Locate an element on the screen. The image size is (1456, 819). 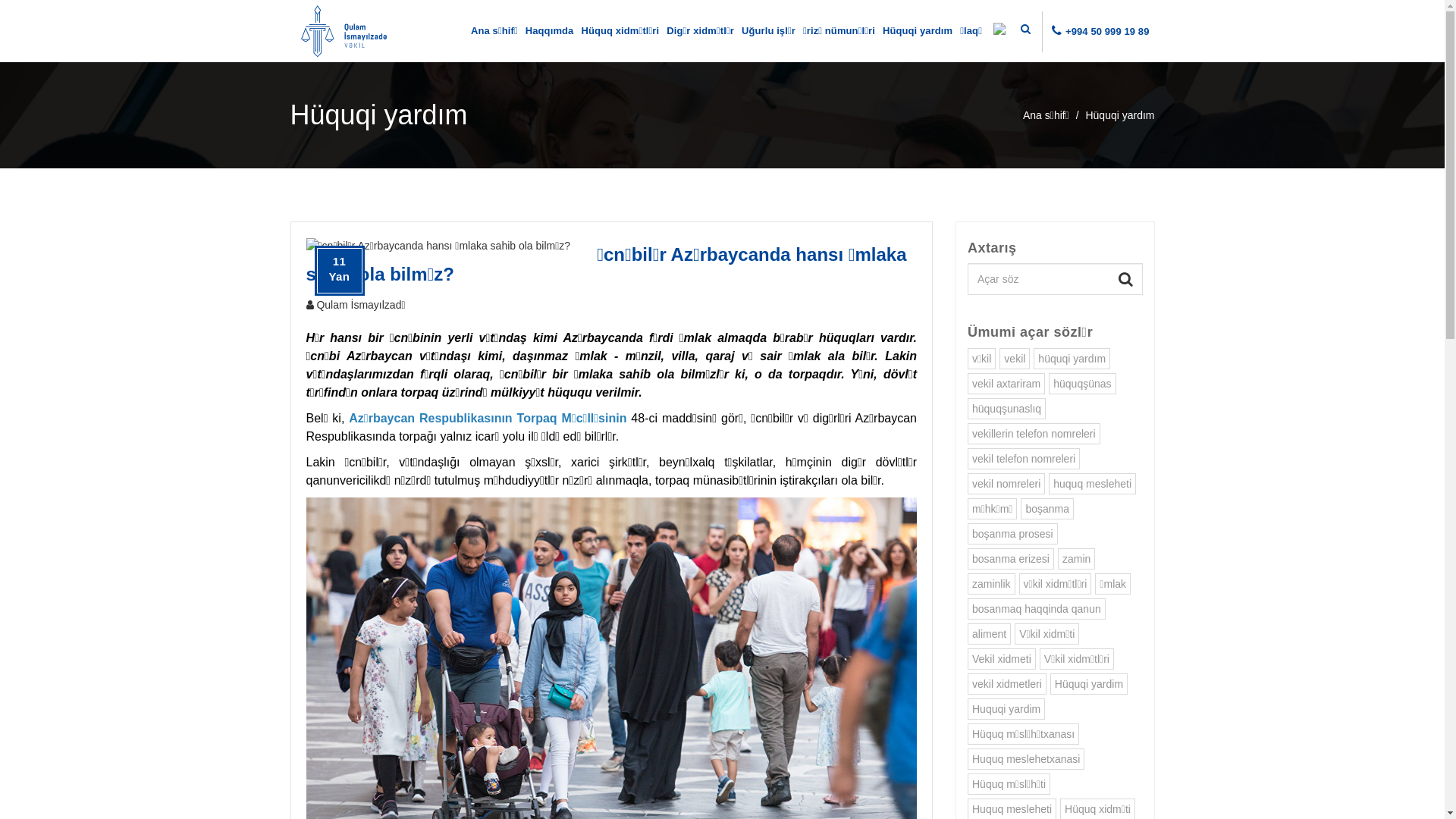
'vekil telefon nomreleri' is located at coordinates (967, 458).